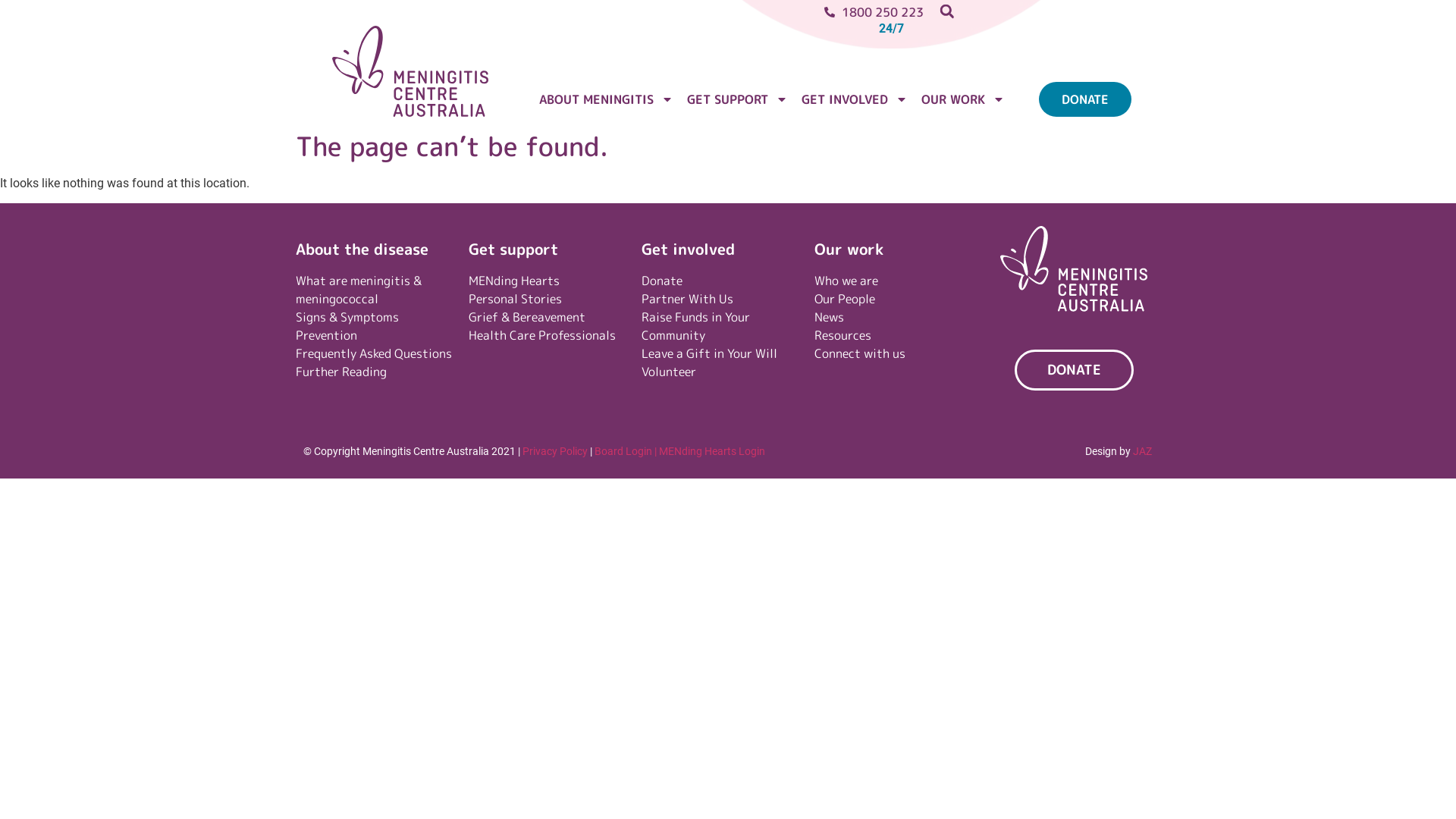 The height and width of the screenshot is (819, 1456). What do you see at coordinates (896, 334) in the screenshot?
I see `'Resources'` at bounding box center [896, 334].